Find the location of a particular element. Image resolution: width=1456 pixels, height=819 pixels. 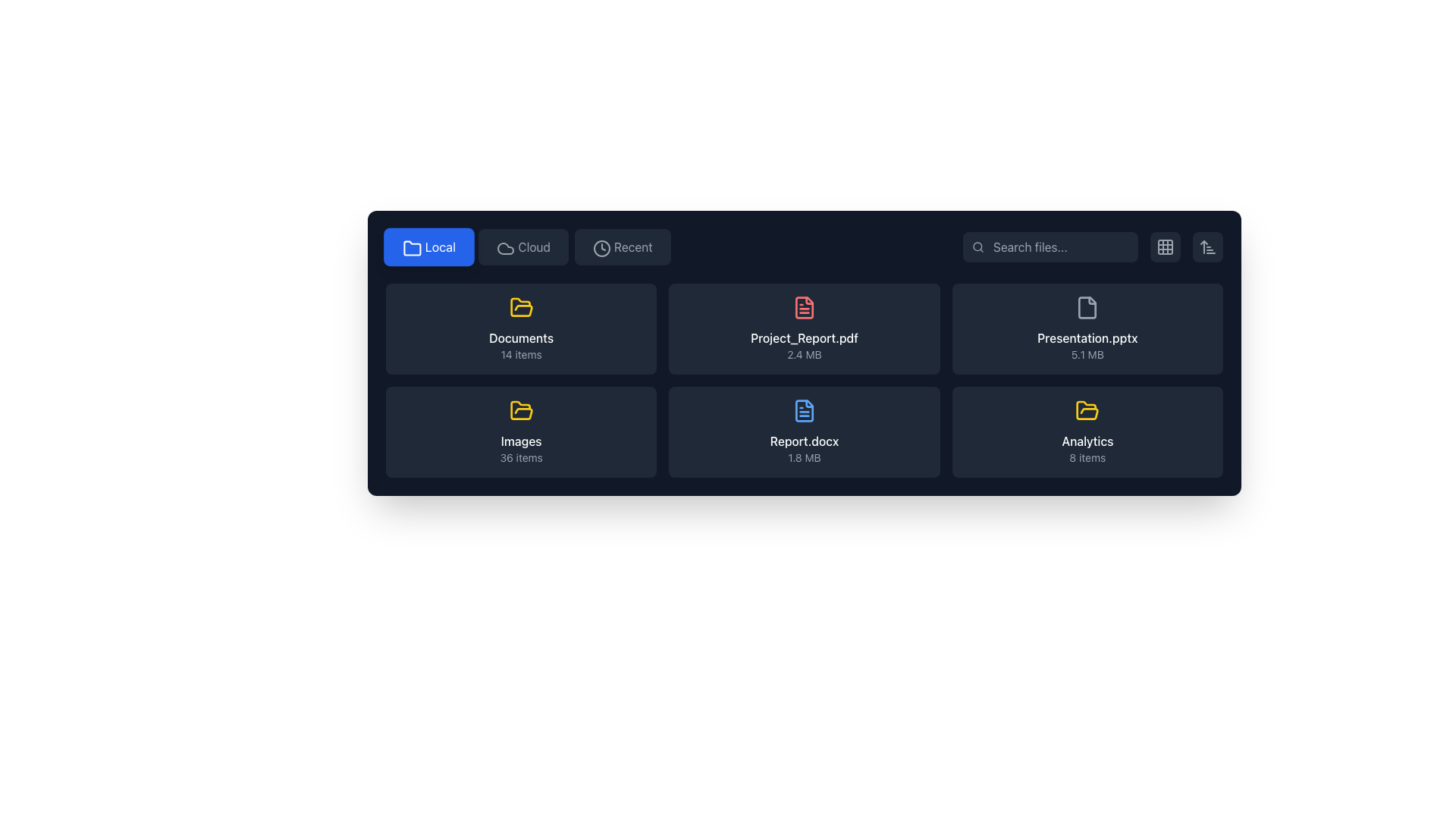

the label displaying the header 'Images' and the descriptive text '36 items', which is located in the bottom-left section of the grid layout, below the yellow folder icon is located at coordinates (521, 447).